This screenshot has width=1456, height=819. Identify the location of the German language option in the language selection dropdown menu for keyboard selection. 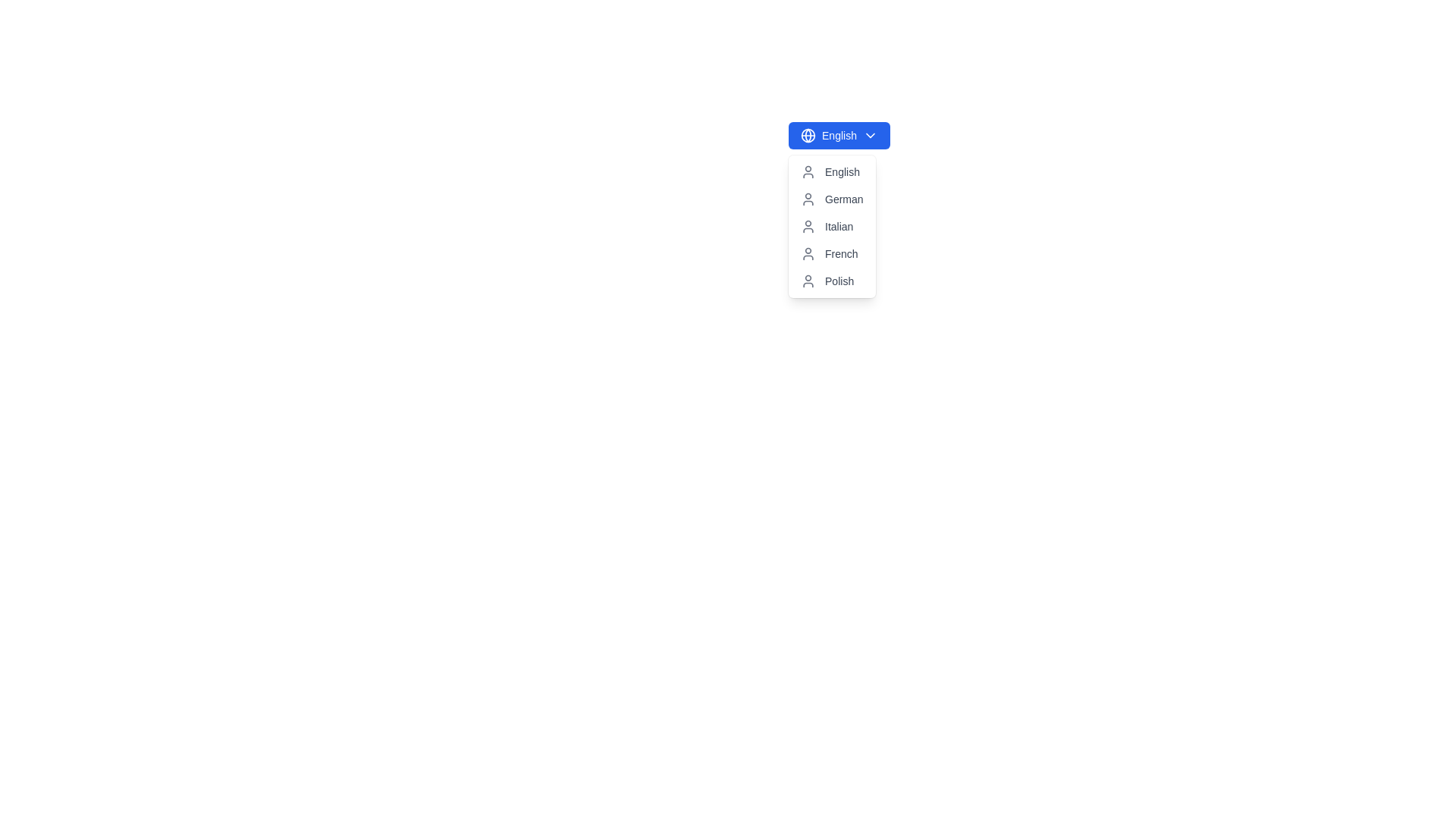
(831, 198).